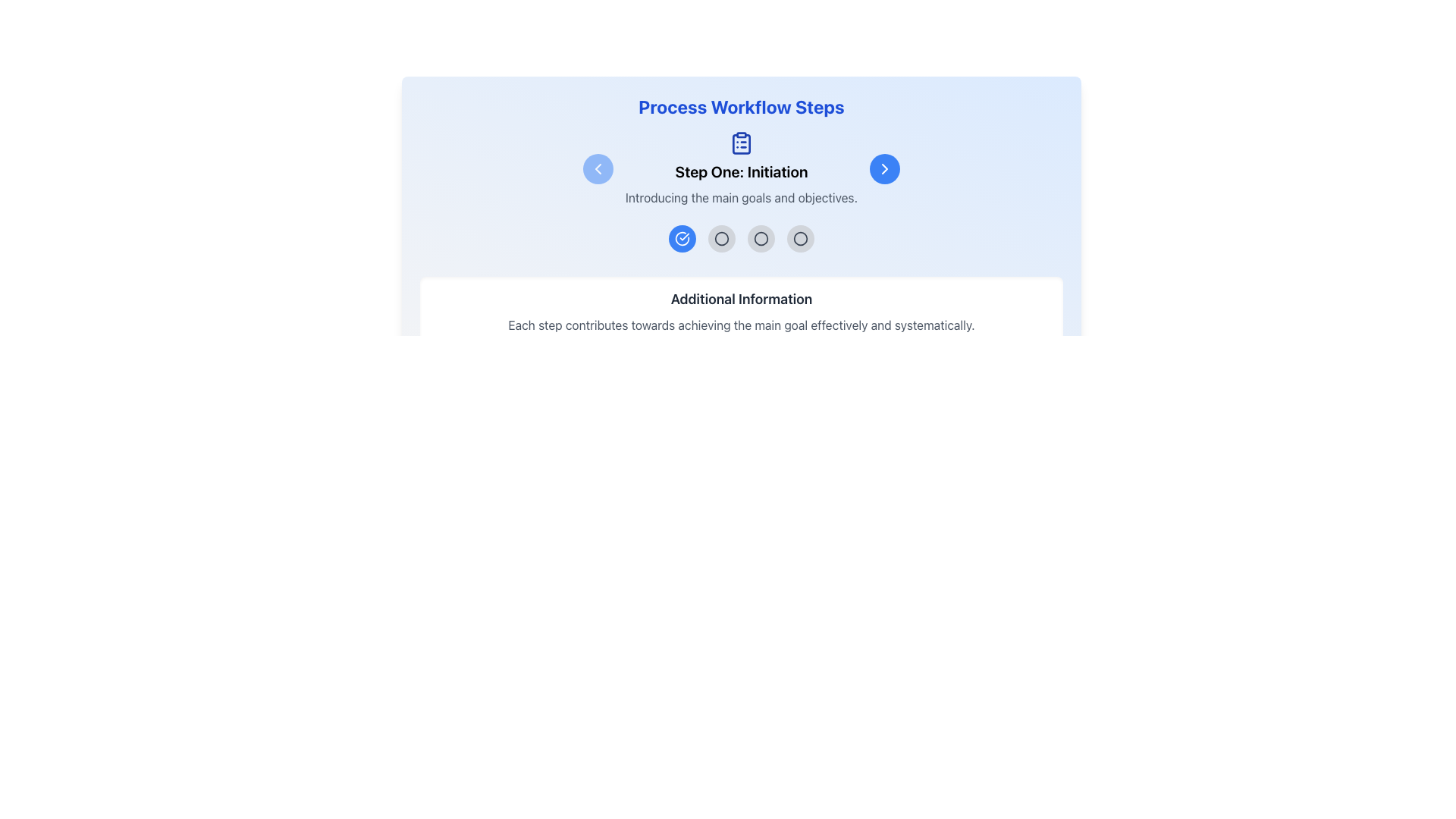  I want to click on the fourth circular graphic indicator in the Process Workflow Steps section, which represents a step indicator in a multi-step workflow, so click(800, 239).